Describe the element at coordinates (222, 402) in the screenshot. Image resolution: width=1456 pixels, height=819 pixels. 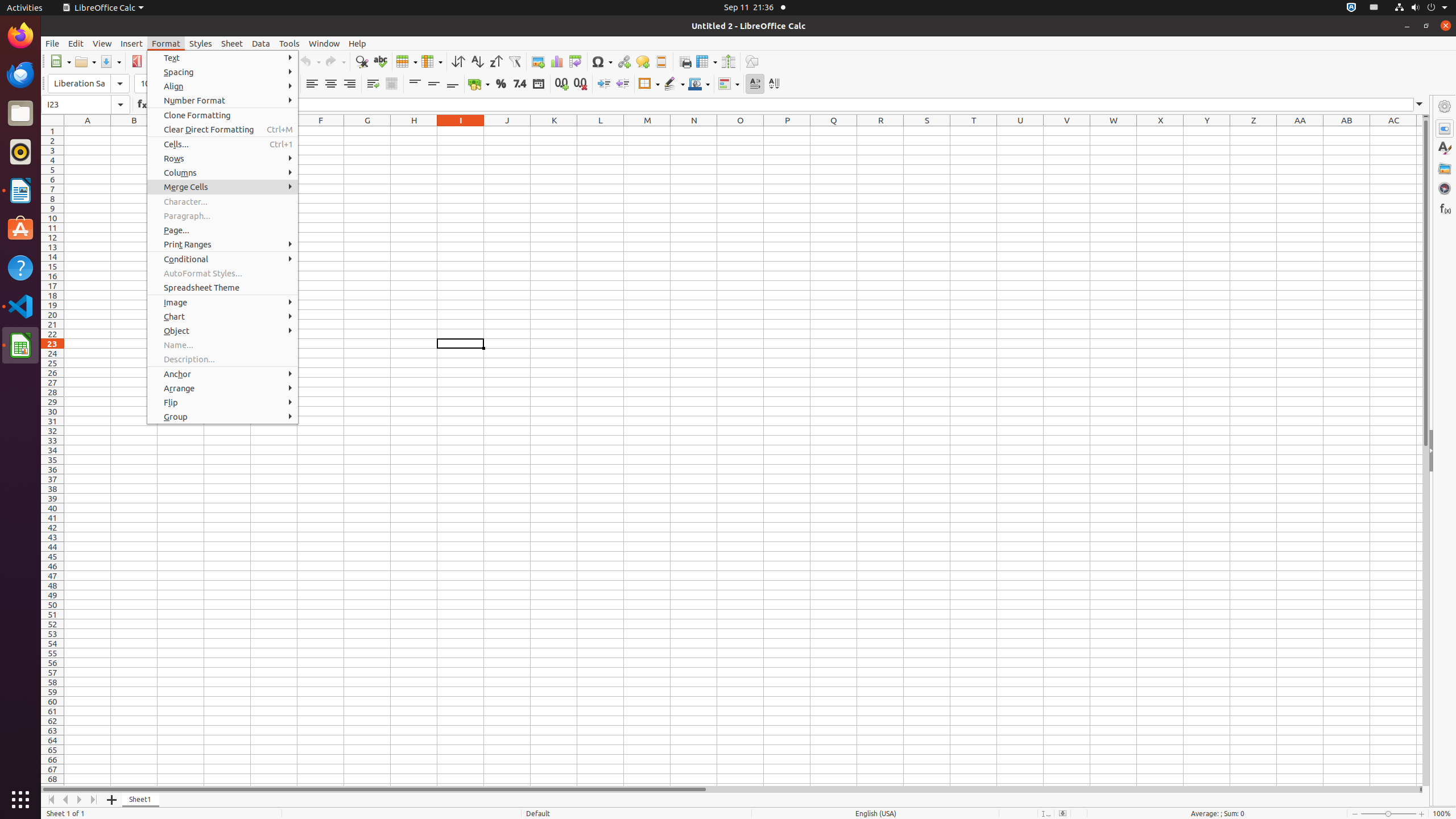
I see `'Flip'` at that location.